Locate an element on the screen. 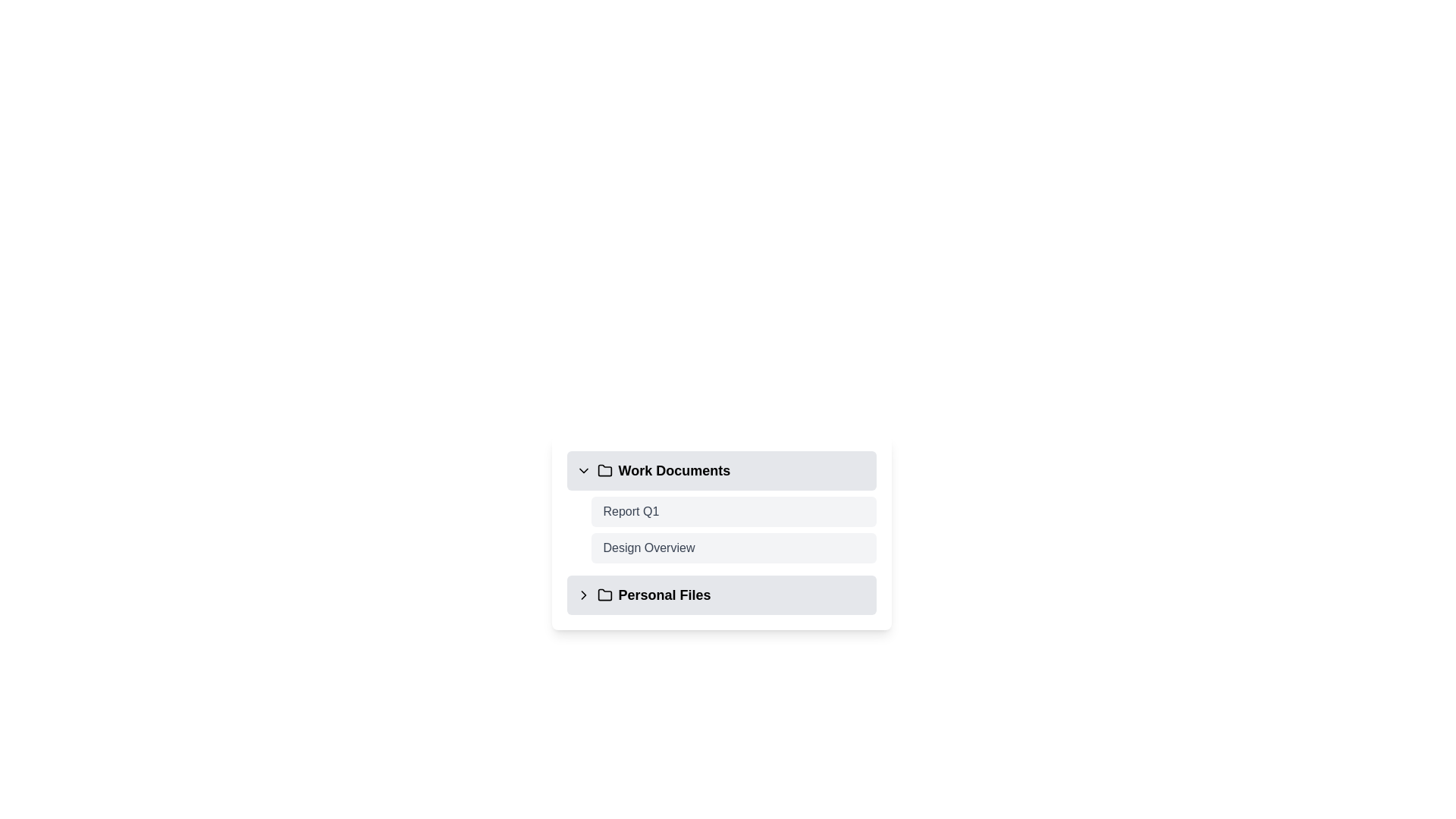 The image size is (1456, 819). the 'Work Documents' button, which features a light gray background, a downward chevron, and a folder icon is located at coordinates (720, 470).